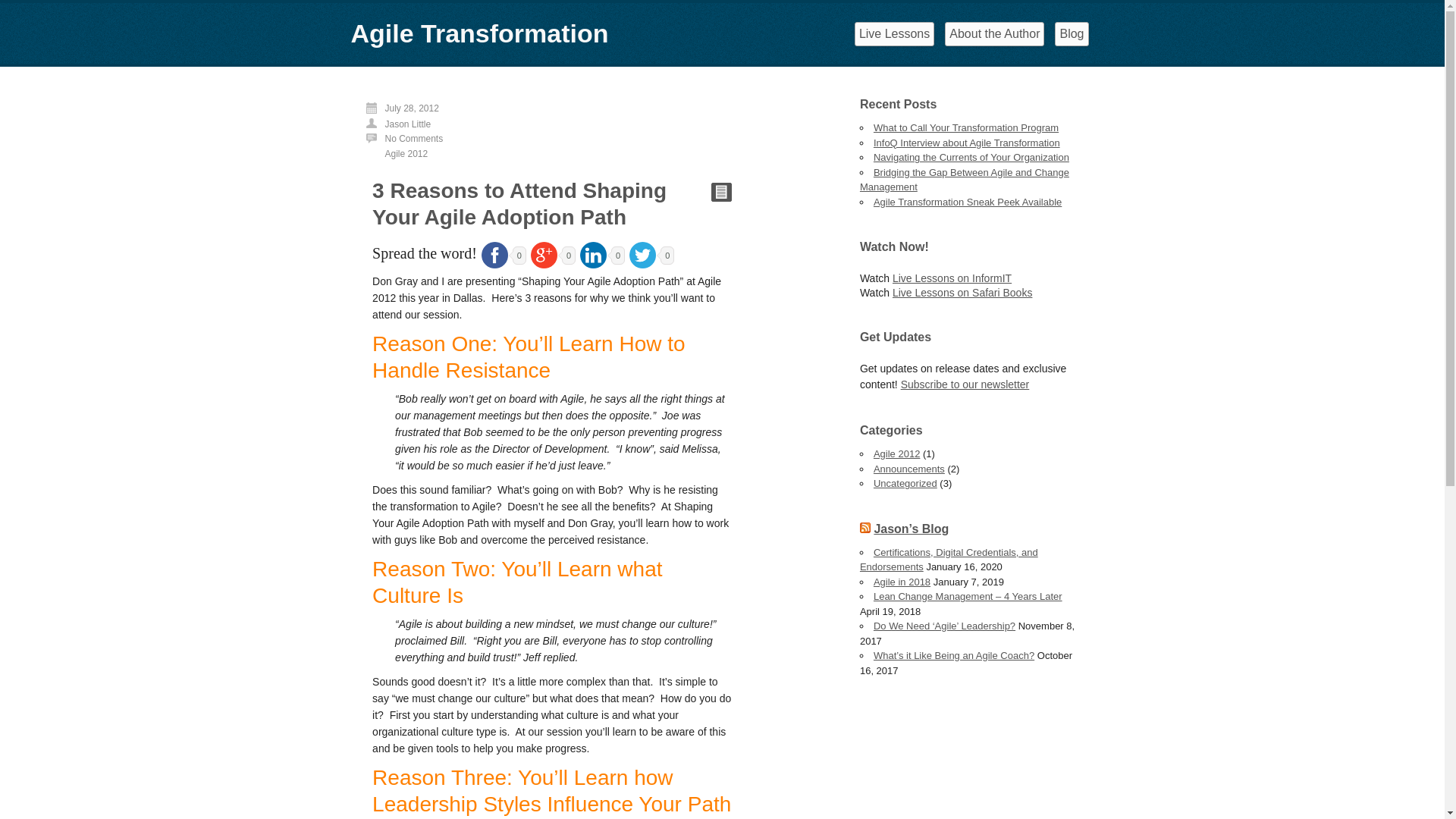 The image size is (1456, 819). I want to click on 'Live Lessons on Safari Books', so click(961, 292).